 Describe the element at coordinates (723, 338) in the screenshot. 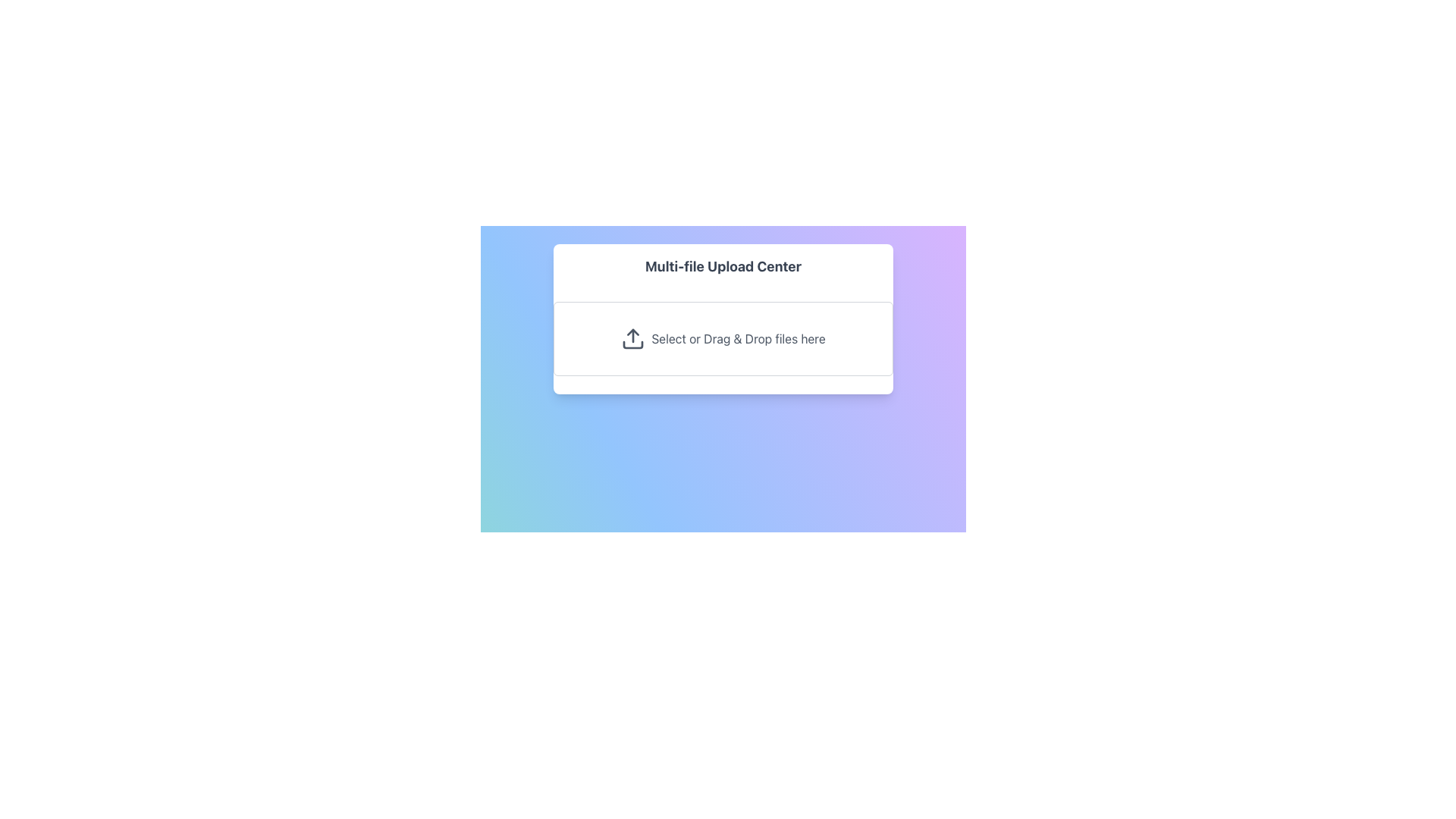

I see `files over the central file upload area located within the 'Multi-file Upload Center' panel` at that location.